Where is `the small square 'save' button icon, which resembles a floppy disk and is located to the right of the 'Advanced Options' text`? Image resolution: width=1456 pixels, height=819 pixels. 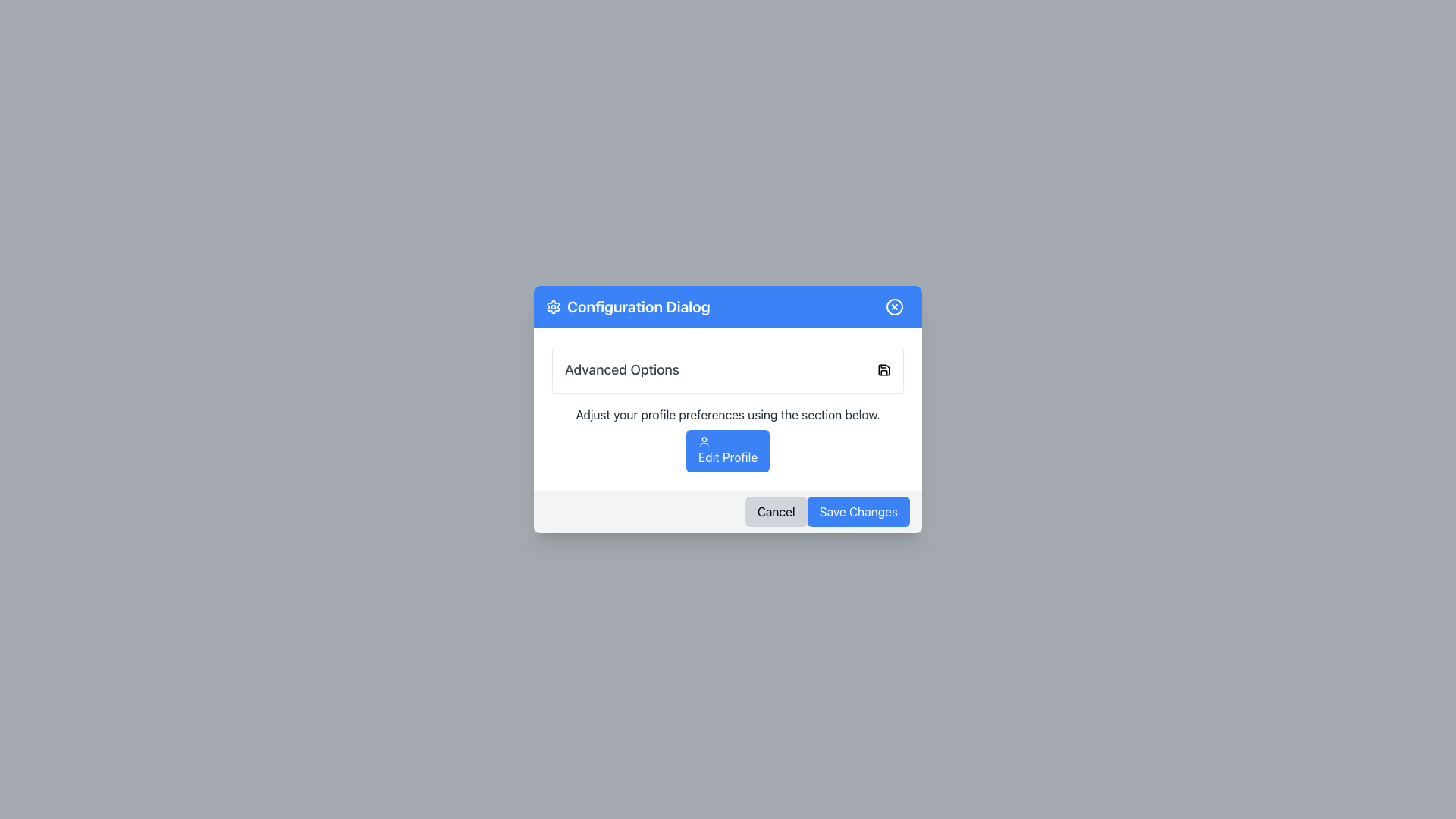 the small square 'save' button icon, which resembles a floppy disk and is located to the right of the 'Advanced Options' text is located at coordinates (884, 370).